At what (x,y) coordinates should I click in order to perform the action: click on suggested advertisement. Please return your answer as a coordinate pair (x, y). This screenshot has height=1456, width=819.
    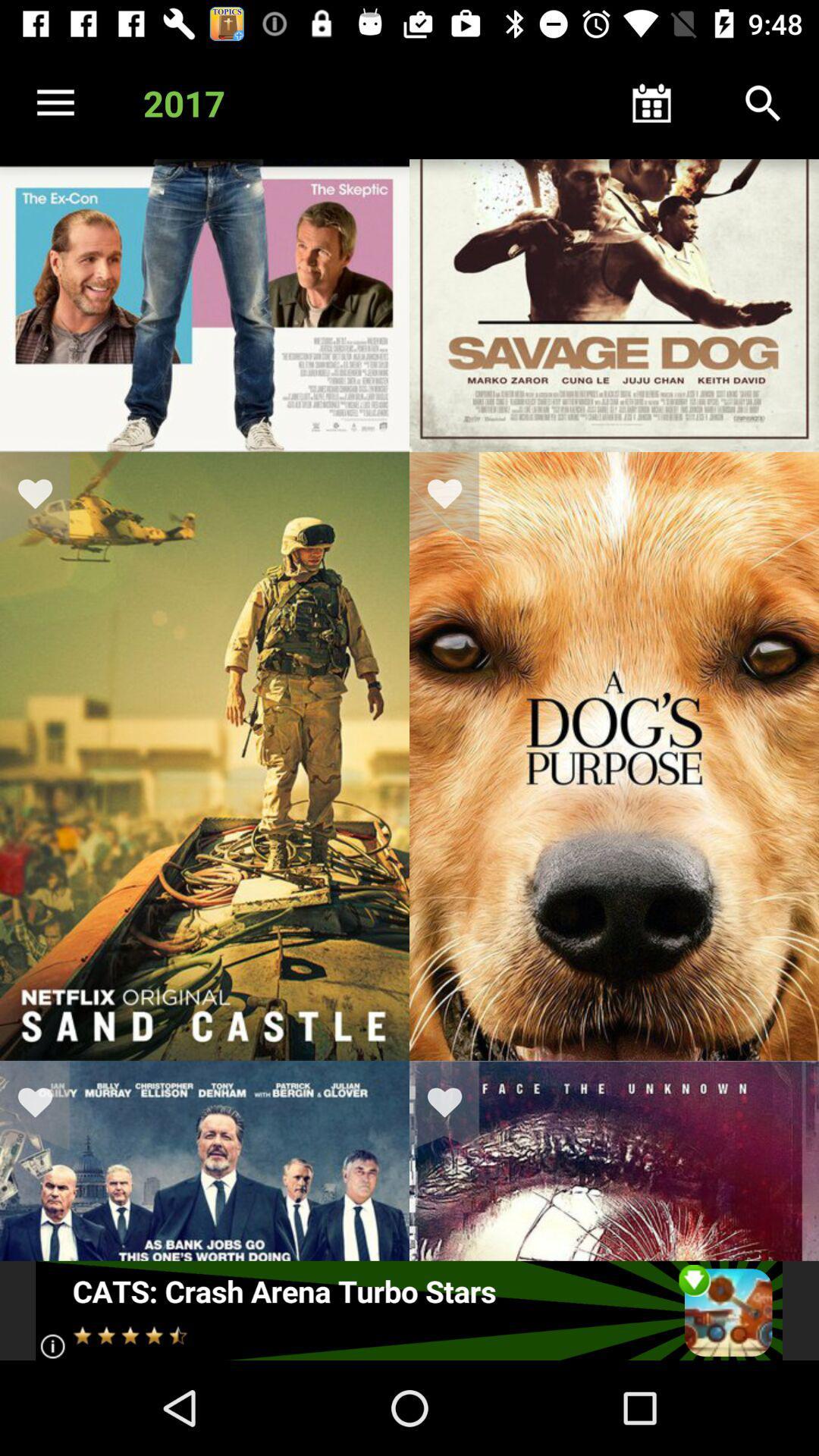
    Looking at the image, I should click on (408, 1310).